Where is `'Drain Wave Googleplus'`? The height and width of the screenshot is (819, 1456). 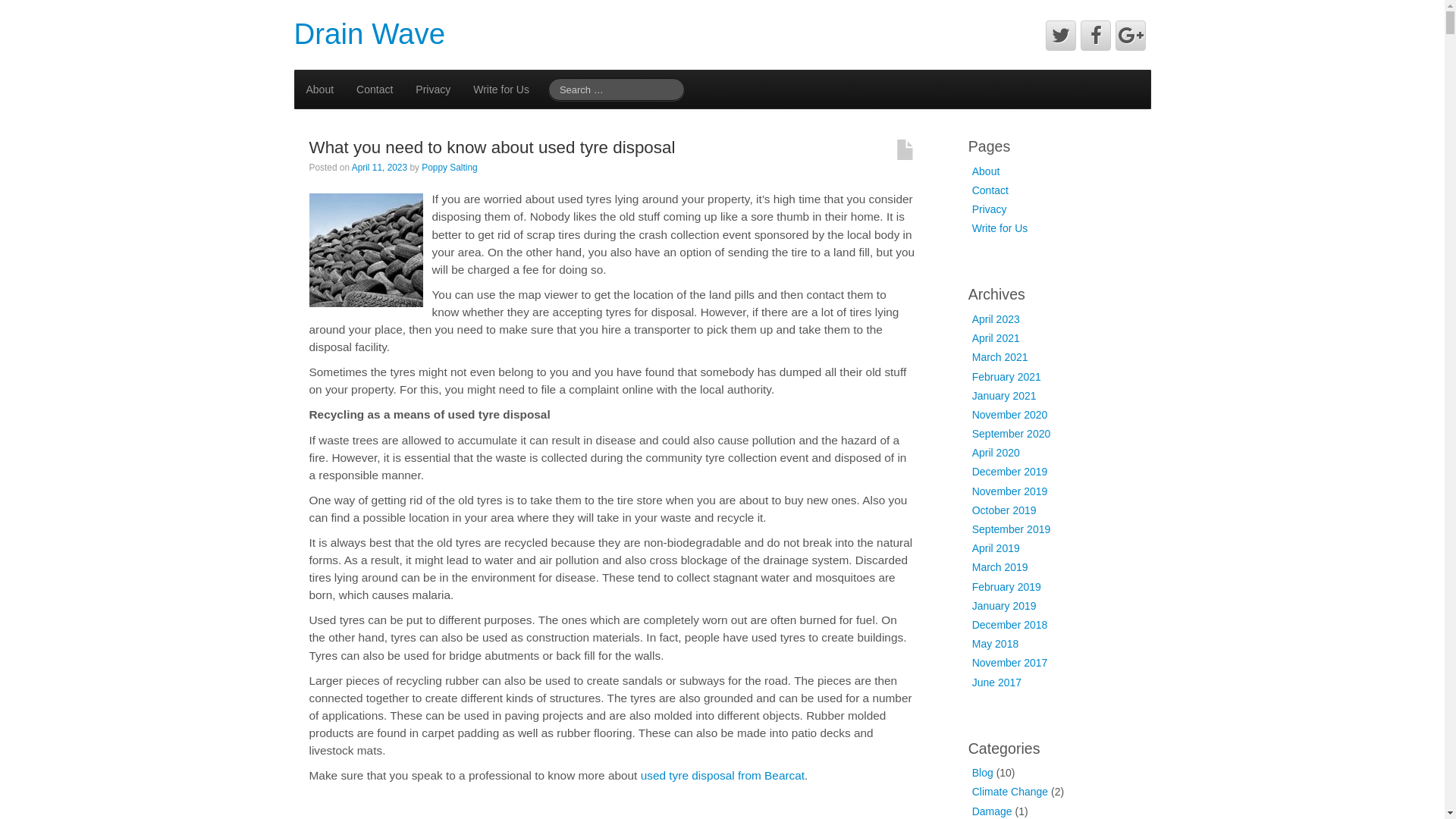
'Drain Wave Googleplus' is located at coordinates (1131, 34).